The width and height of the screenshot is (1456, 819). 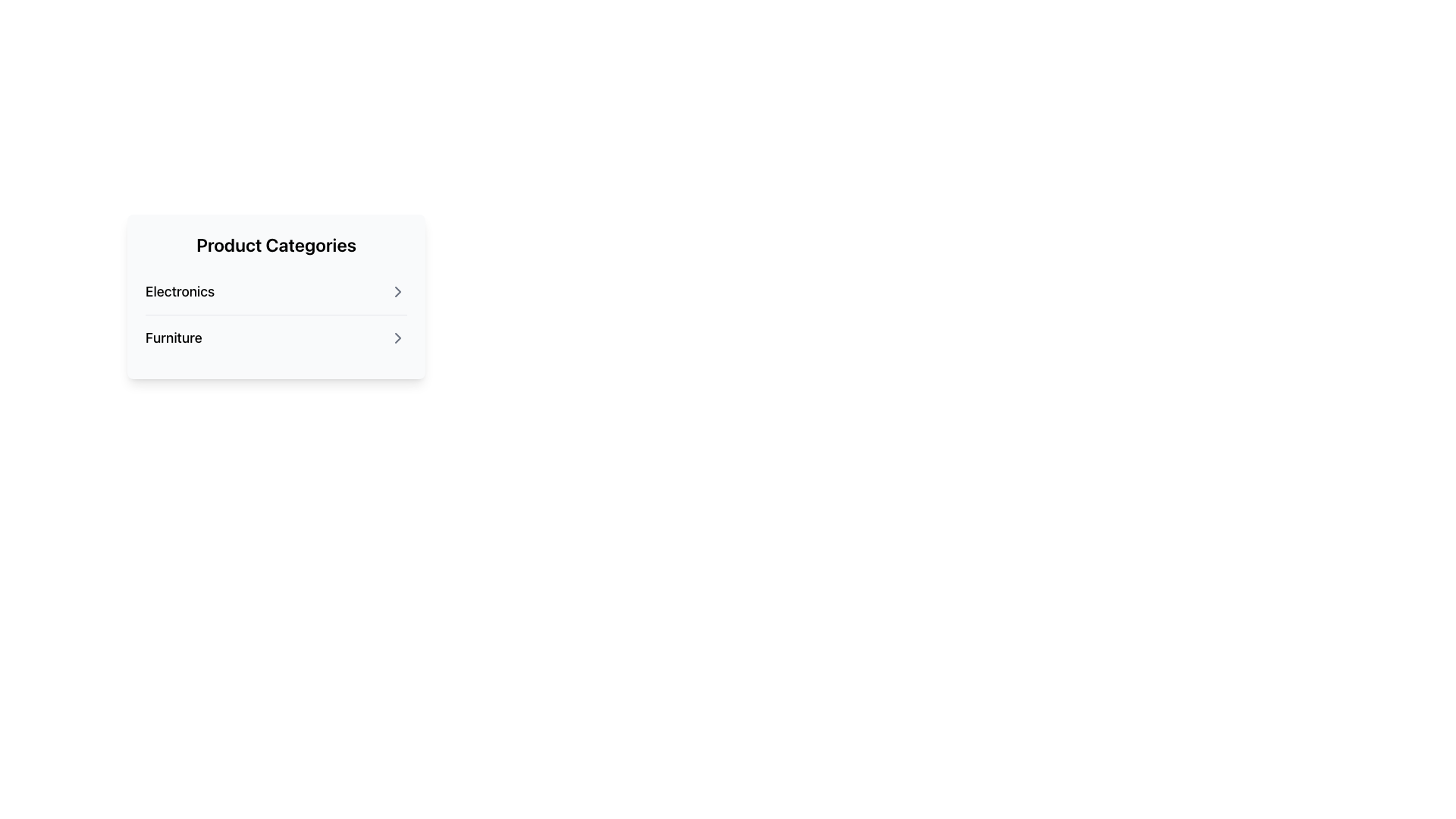 What do you see at coordinates (276, 337) in the screenshot?
I see `the second row in the 'Product Categories' list, which is the 'Furniture' item` at bounding box center [276, 337].